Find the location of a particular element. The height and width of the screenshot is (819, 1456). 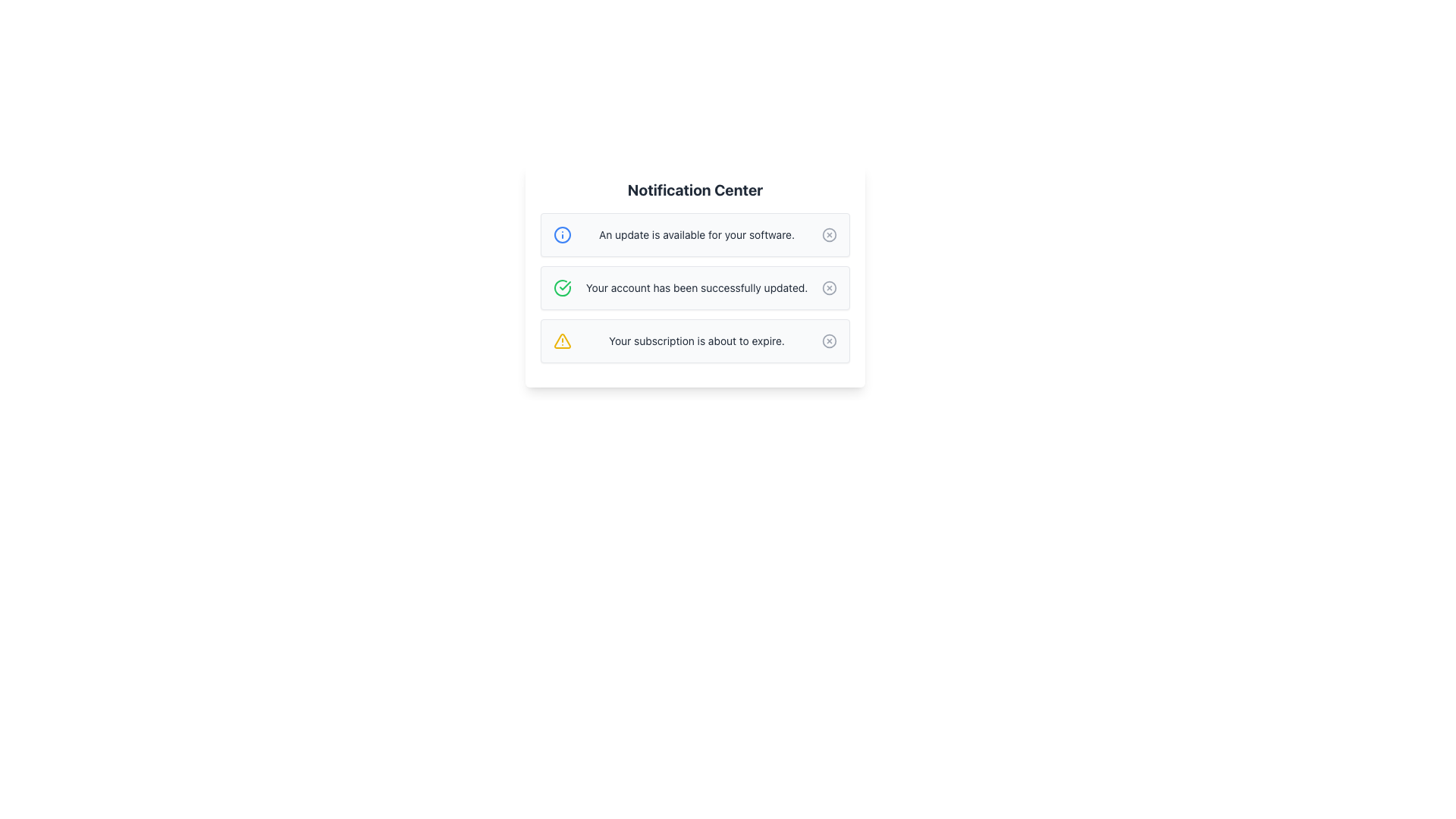

information displayed in the text label that warns 'Your subscription is about to expire.' located in the third notification row of the notification center is located at coordinates (695, 341).